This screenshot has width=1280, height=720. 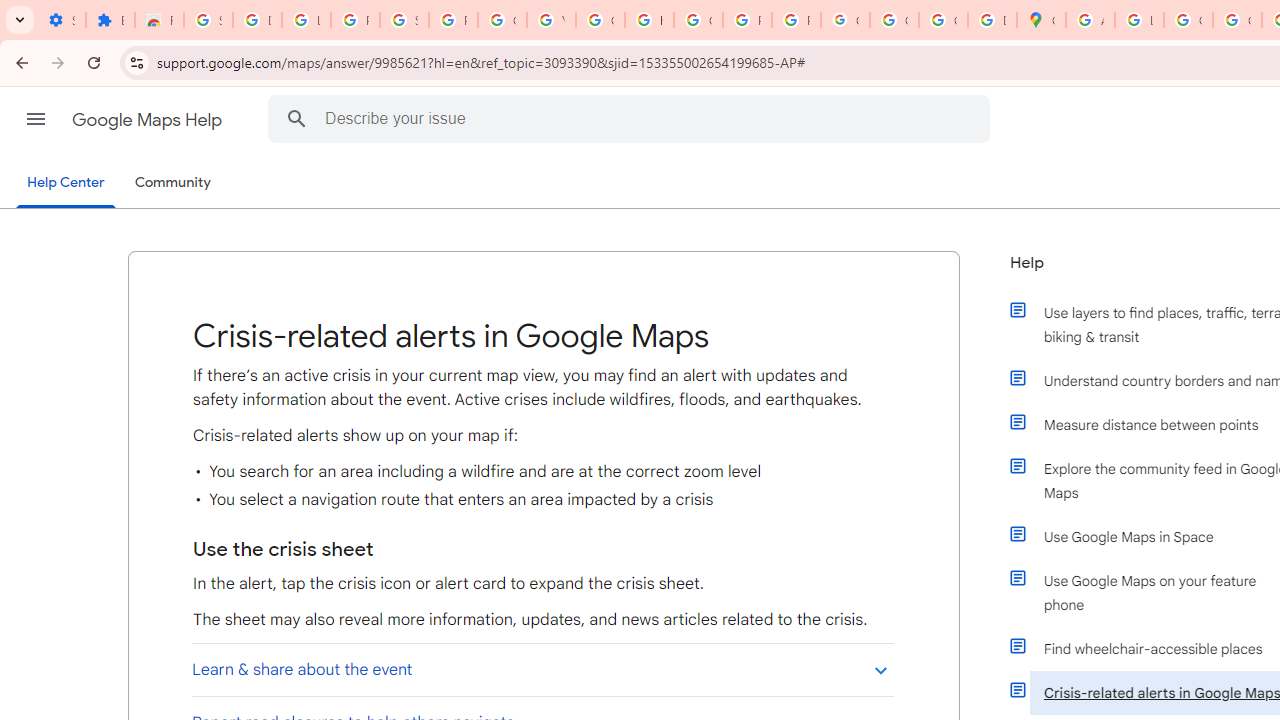 I want to click on 'Reviews: Helix Fruit Jump Arcade Game', so click(x=158, y=20).